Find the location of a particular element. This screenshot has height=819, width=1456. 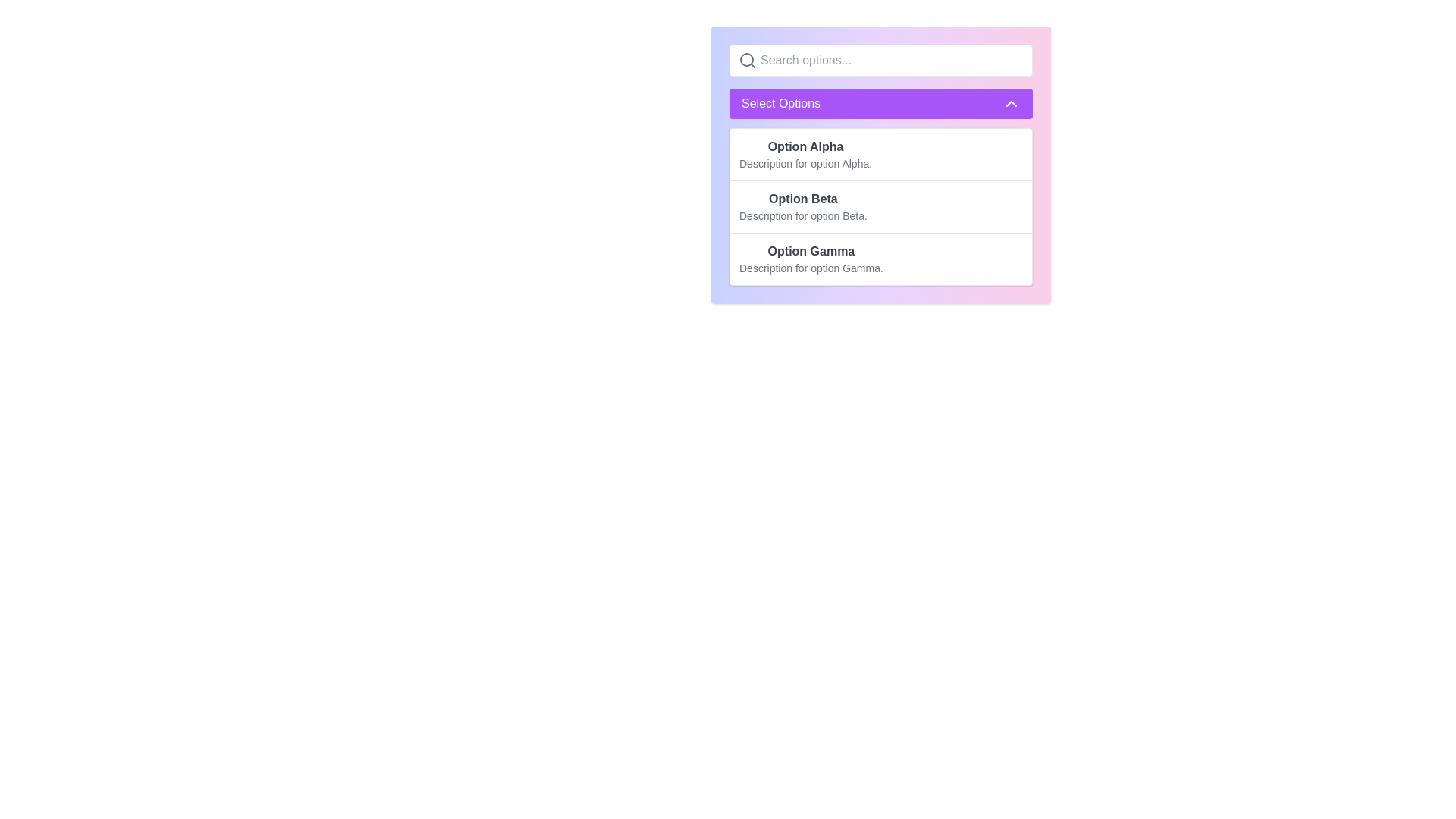

the second option entry in the dropdown menu, which allows users is located at coordinates (802, 207).